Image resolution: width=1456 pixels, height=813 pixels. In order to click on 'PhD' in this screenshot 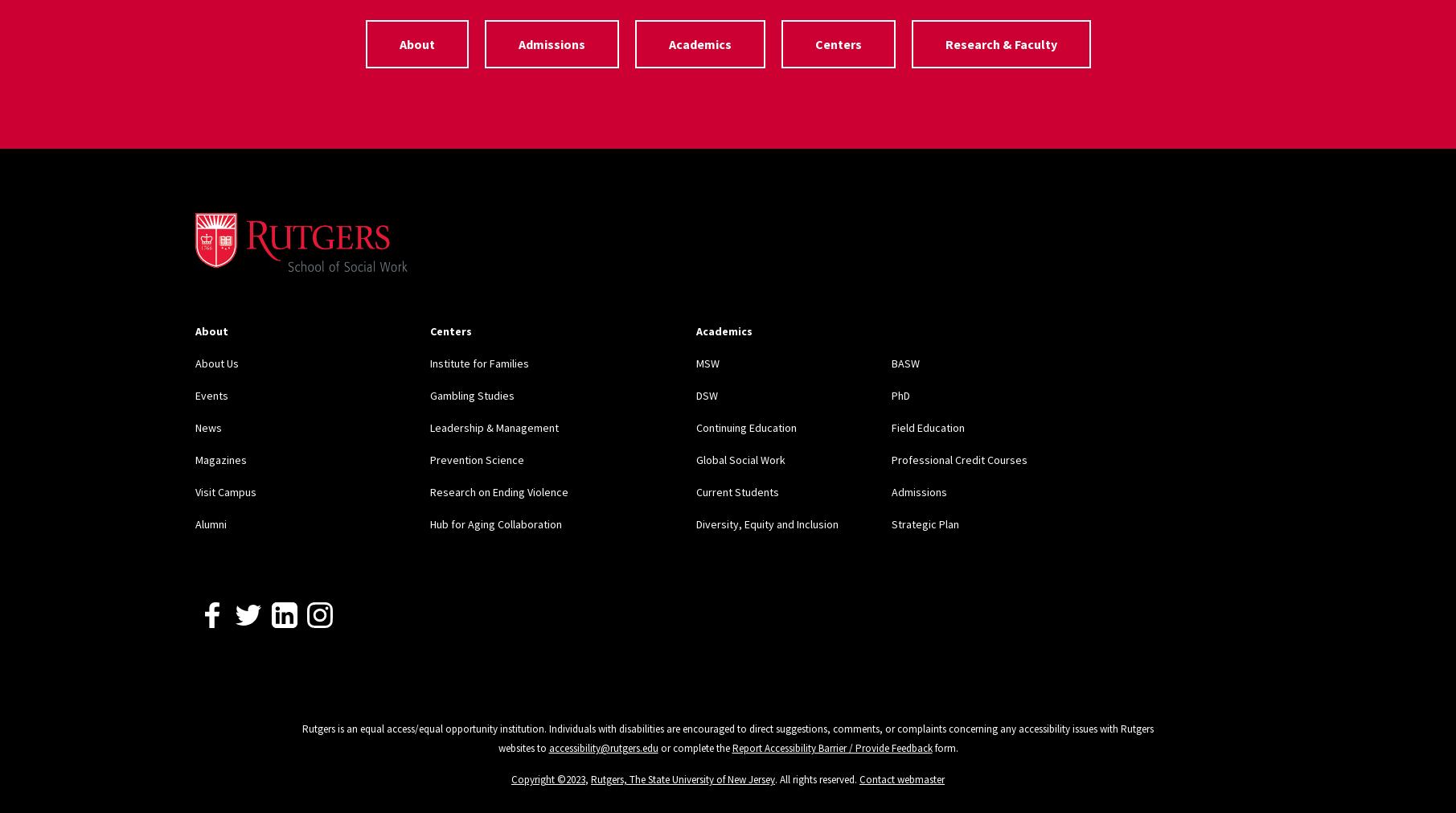, I will do `click(899, 394)`.